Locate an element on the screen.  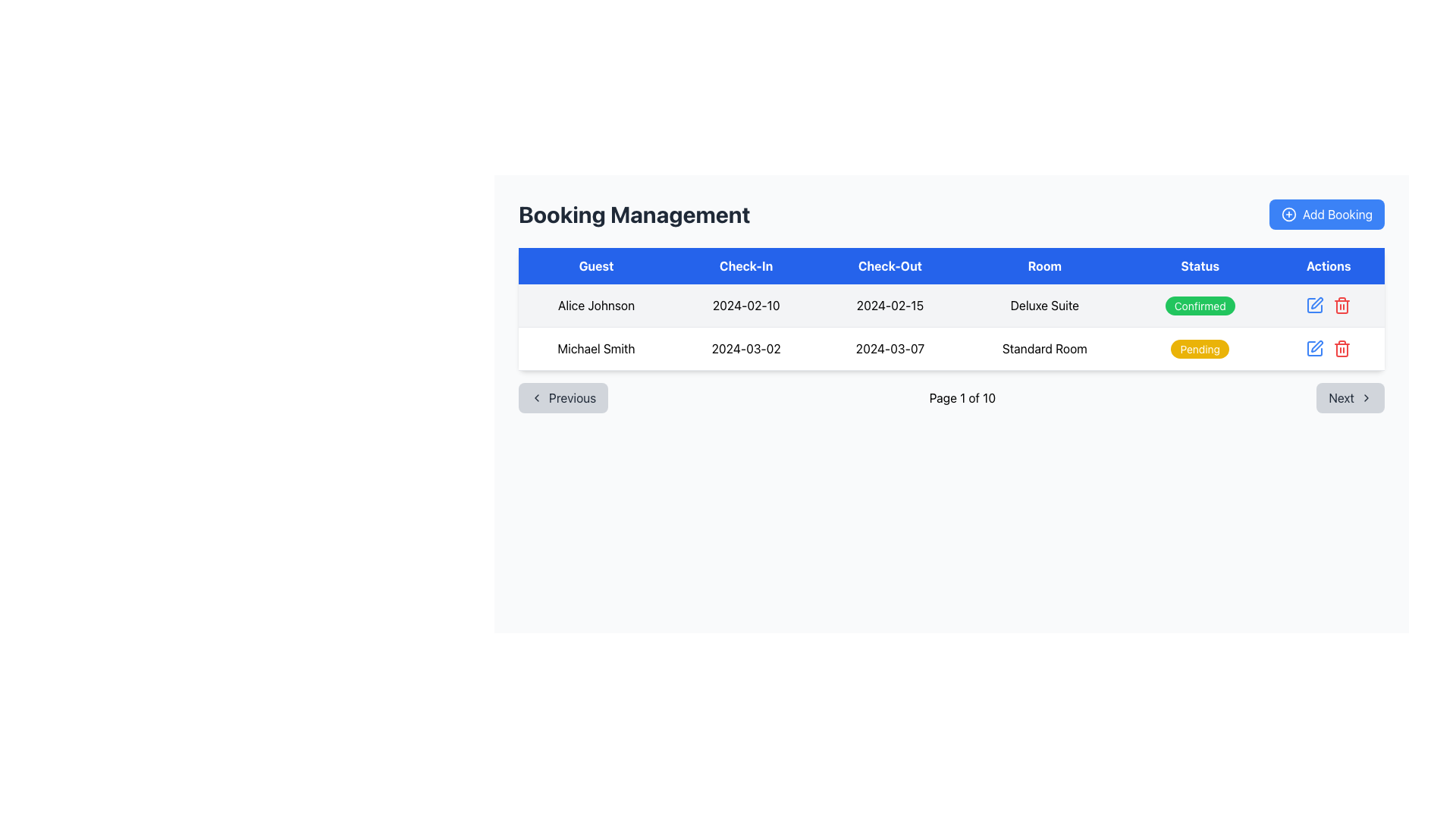
the edit button located is located at coordinates (1313, 305).